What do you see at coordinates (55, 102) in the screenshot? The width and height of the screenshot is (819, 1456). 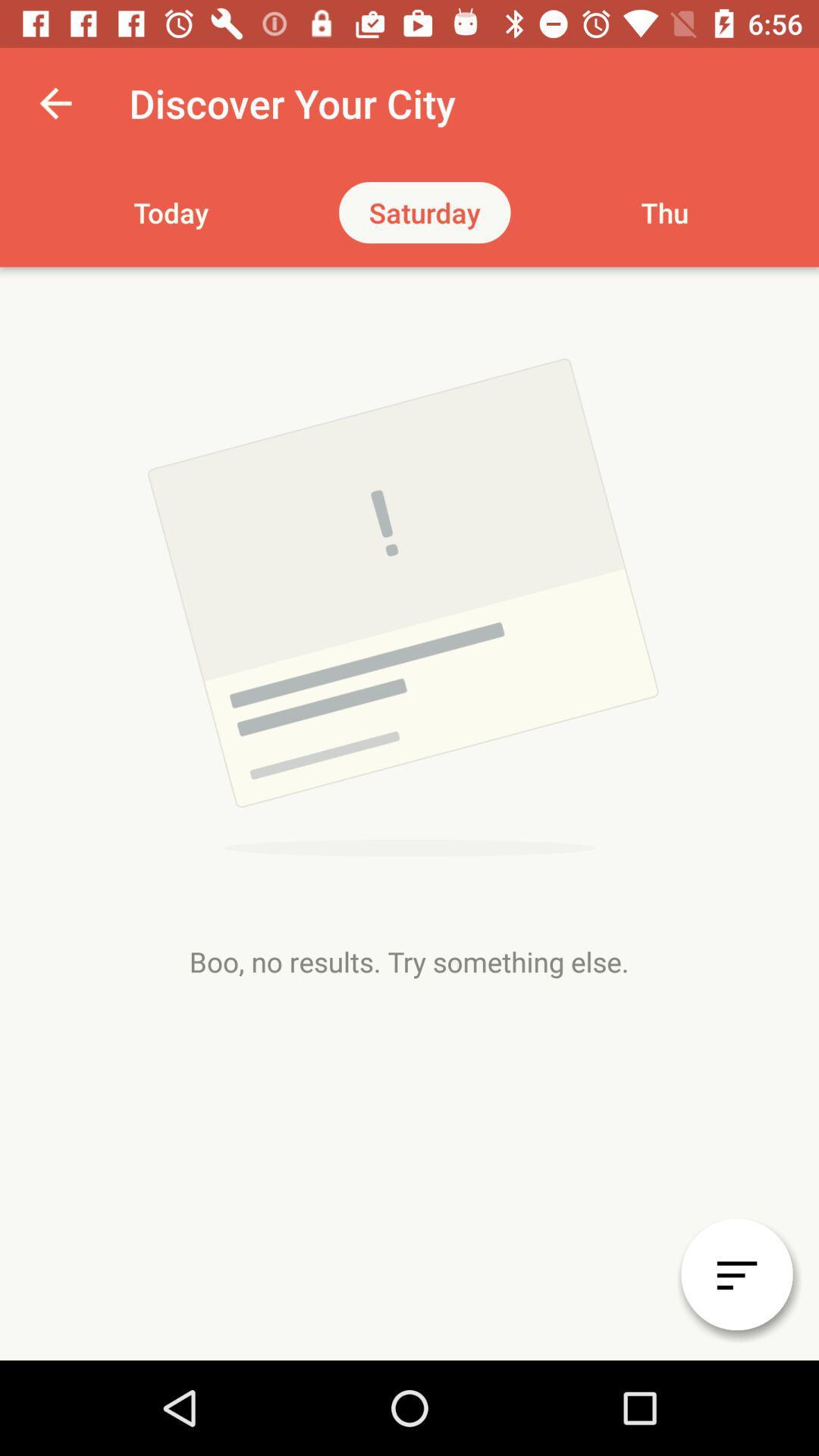 I see `the app next to  discover your city item` at bounding box center [55, 102].